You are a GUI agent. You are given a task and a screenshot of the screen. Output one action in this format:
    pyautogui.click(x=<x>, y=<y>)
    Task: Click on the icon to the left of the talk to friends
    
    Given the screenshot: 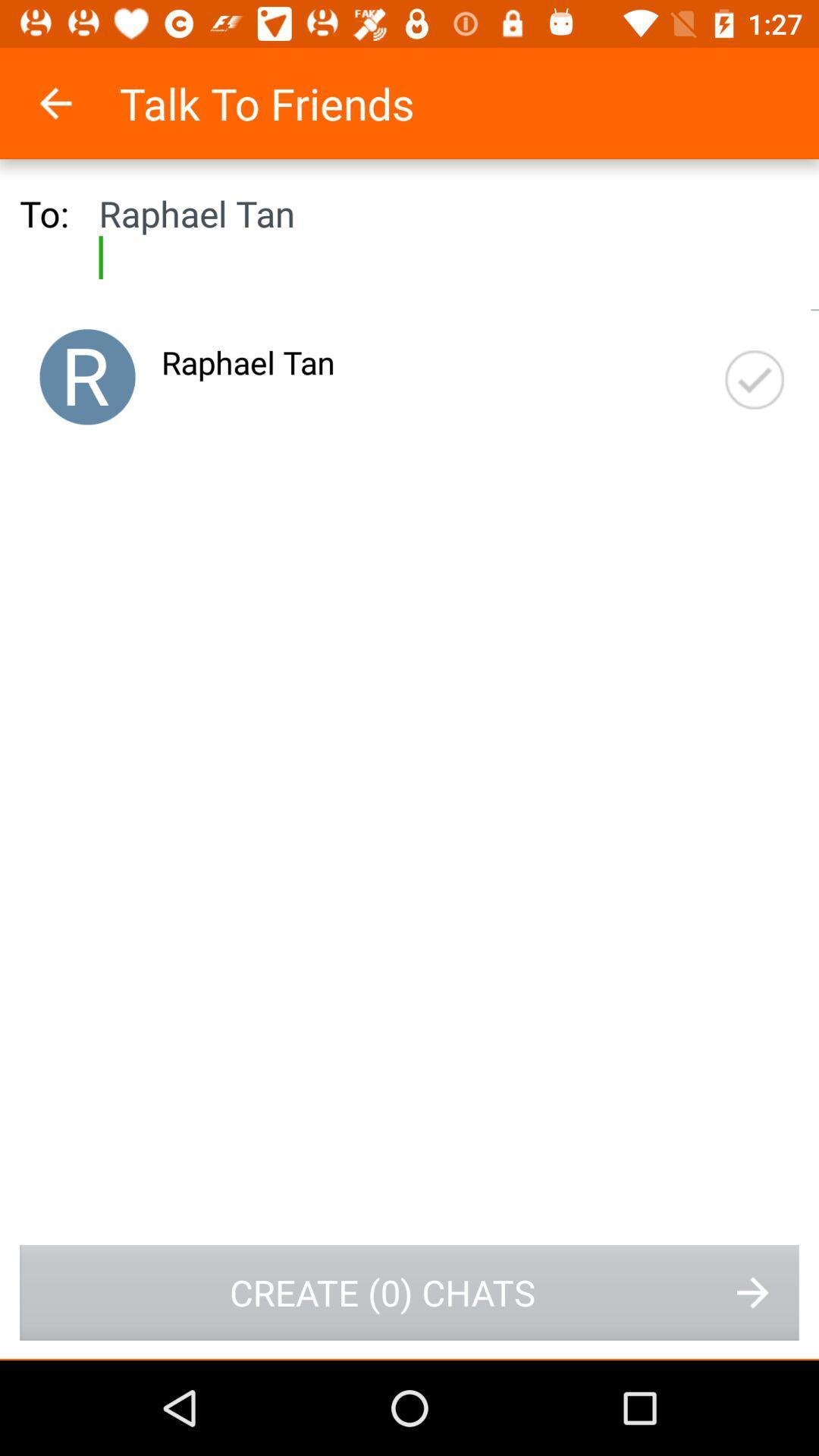 What is the action you would take?
    pyautogui.click(x=75, y=102)
    